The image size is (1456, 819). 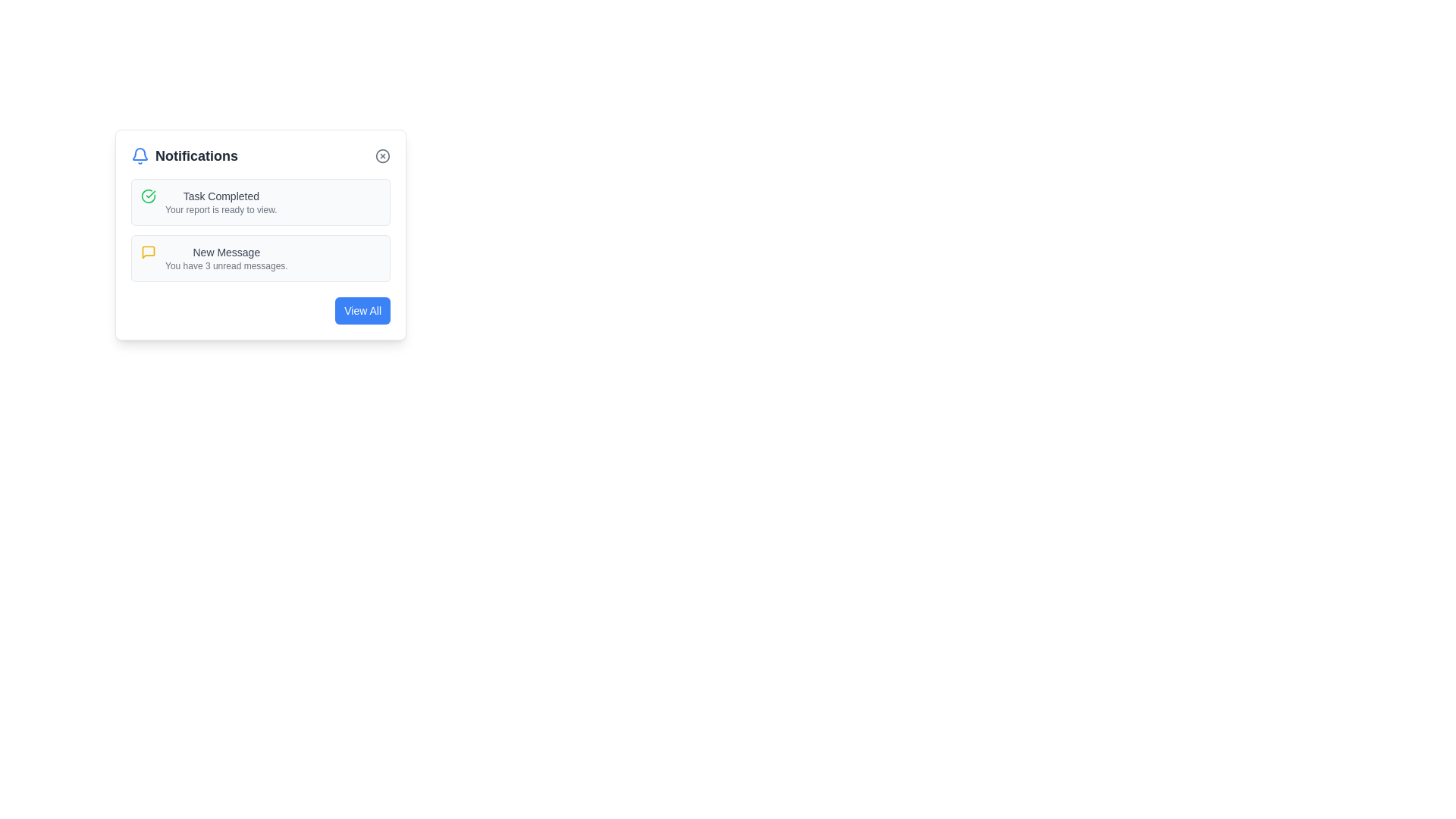 What do you see at coordinates (362, 309) in the screenshot?
I see `the button located at the bottom-right corner of the notification card` at bounding box center [362, 309].